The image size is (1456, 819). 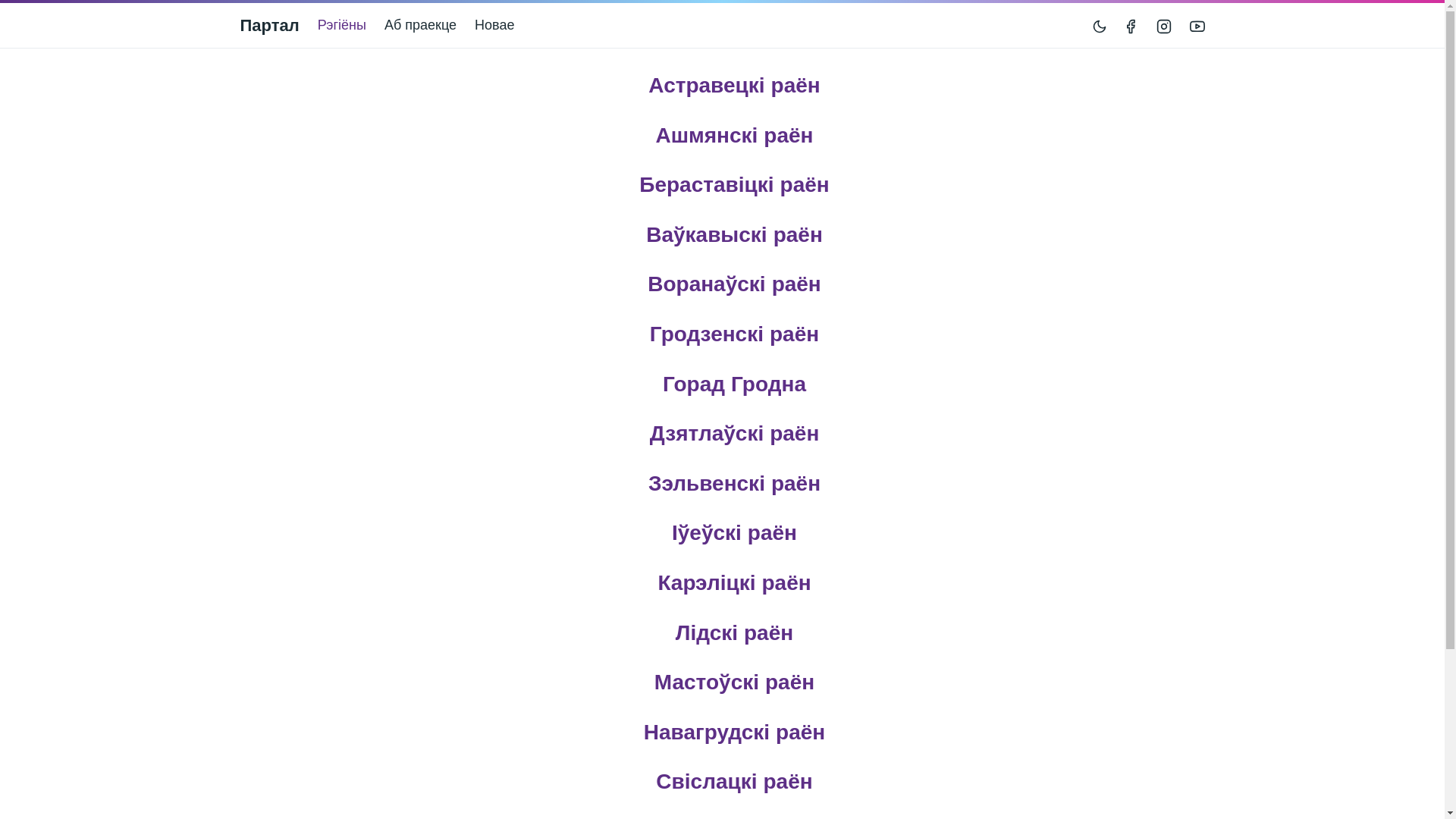 I want to click on '>, so click(x=1132, y=25).